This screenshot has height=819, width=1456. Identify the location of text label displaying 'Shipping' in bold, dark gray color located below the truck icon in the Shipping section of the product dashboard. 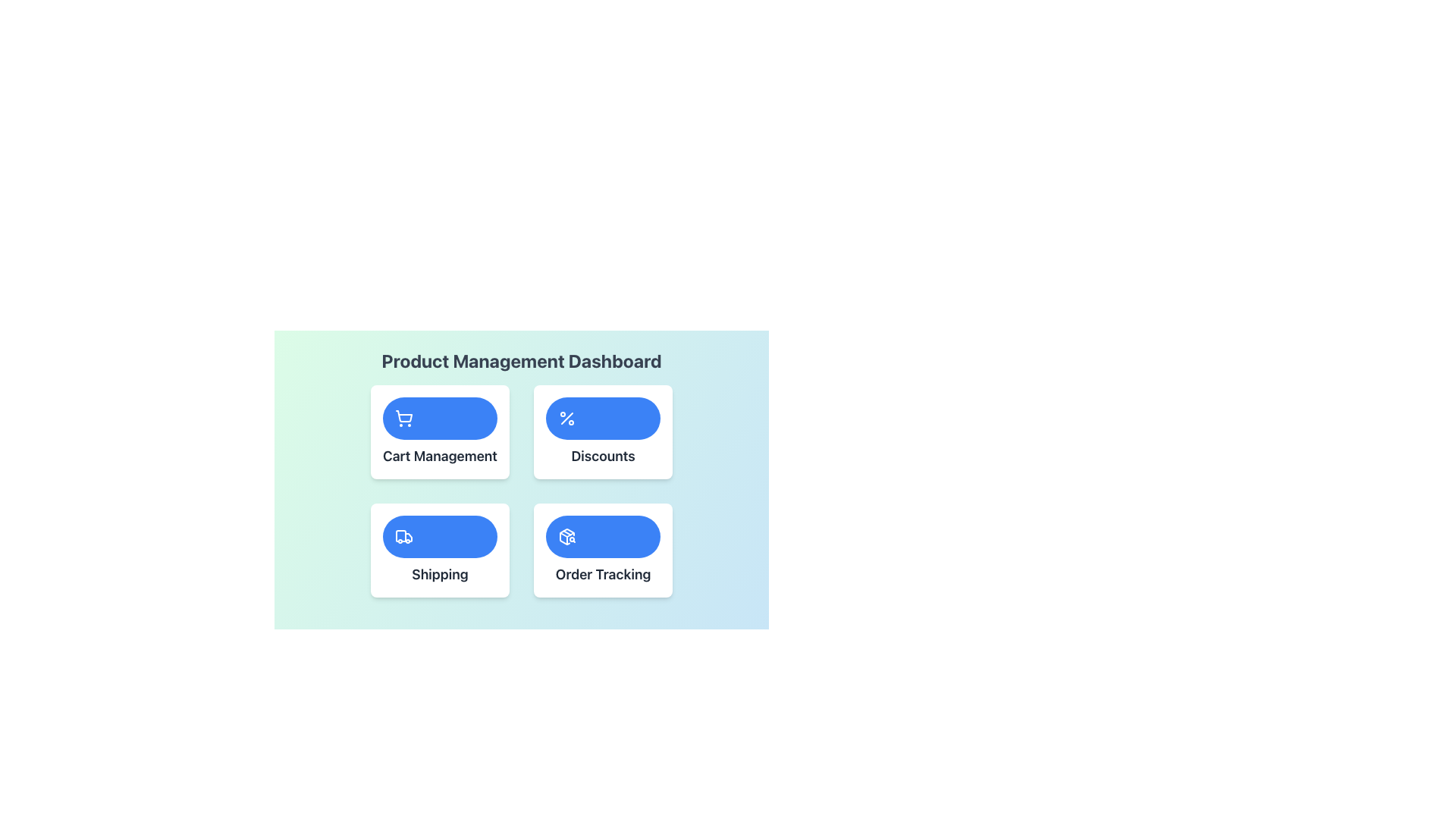
(439, 575).